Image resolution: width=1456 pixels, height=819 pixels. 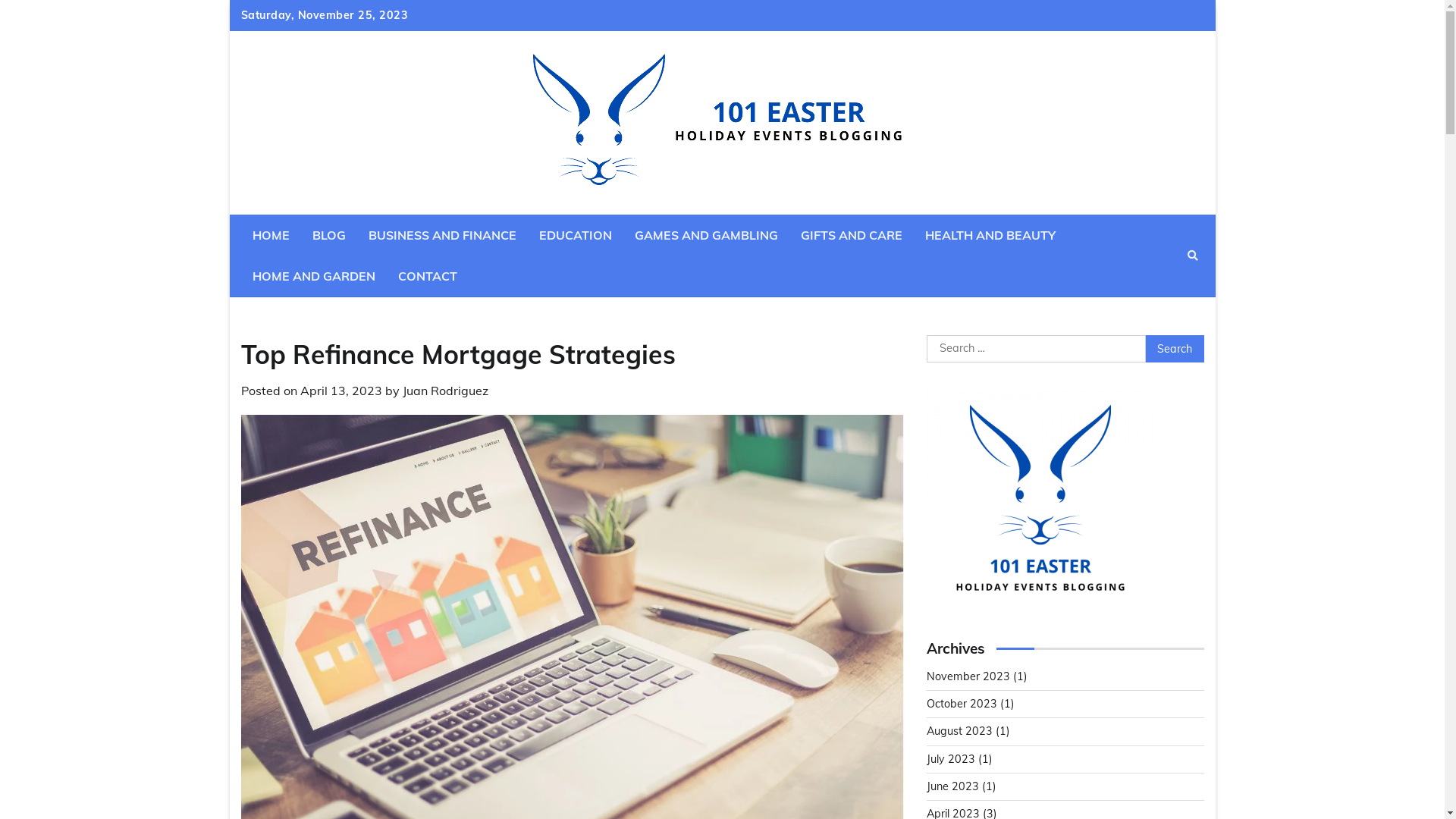 What do you see at coordinates (961, 704) in the screenshot?
I see `'October 2023'` at bounding box center [961, 704].